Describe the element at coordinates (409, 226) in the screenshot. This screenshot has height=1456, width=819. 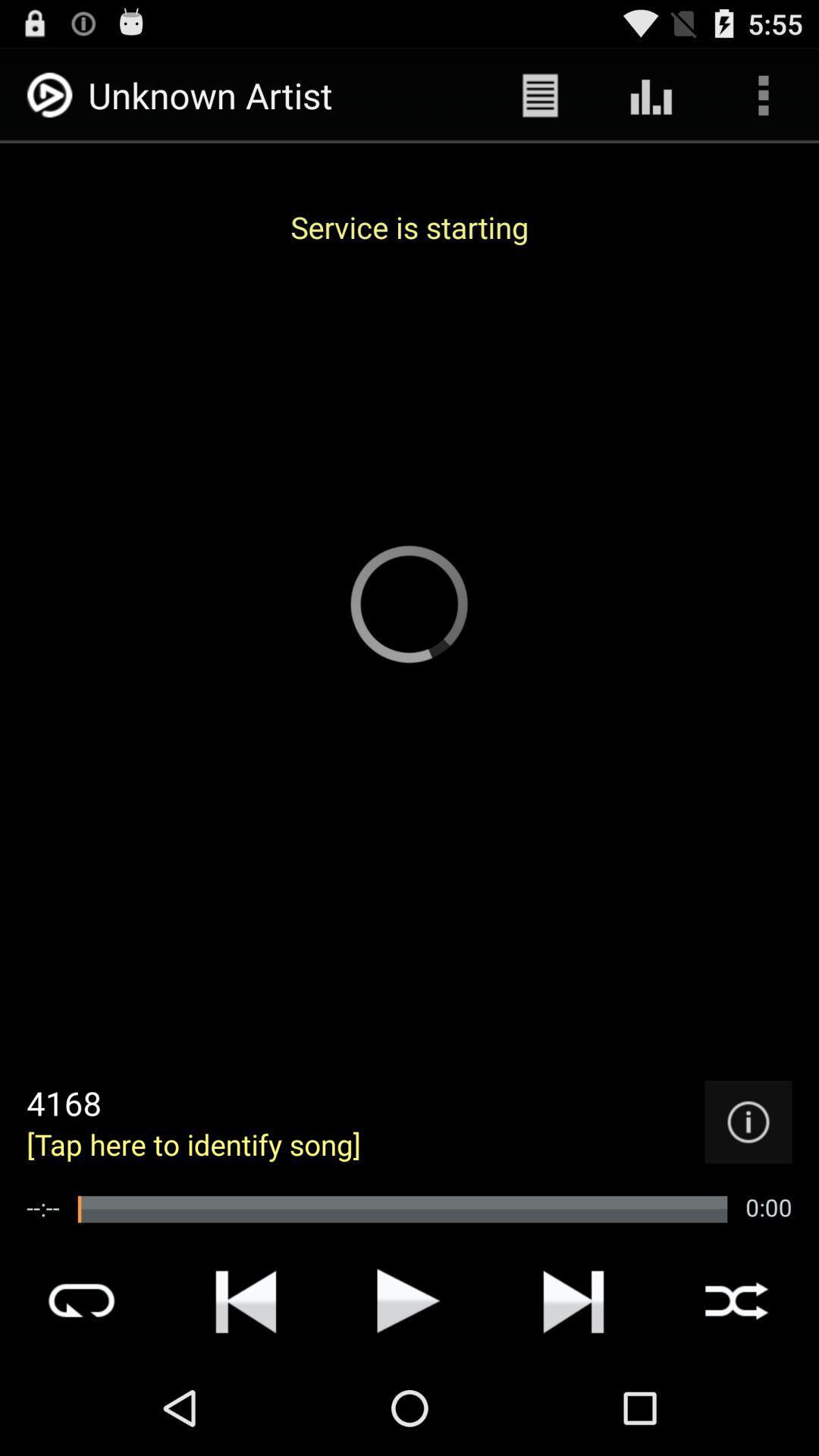
I see `the service is starting app` at that location.